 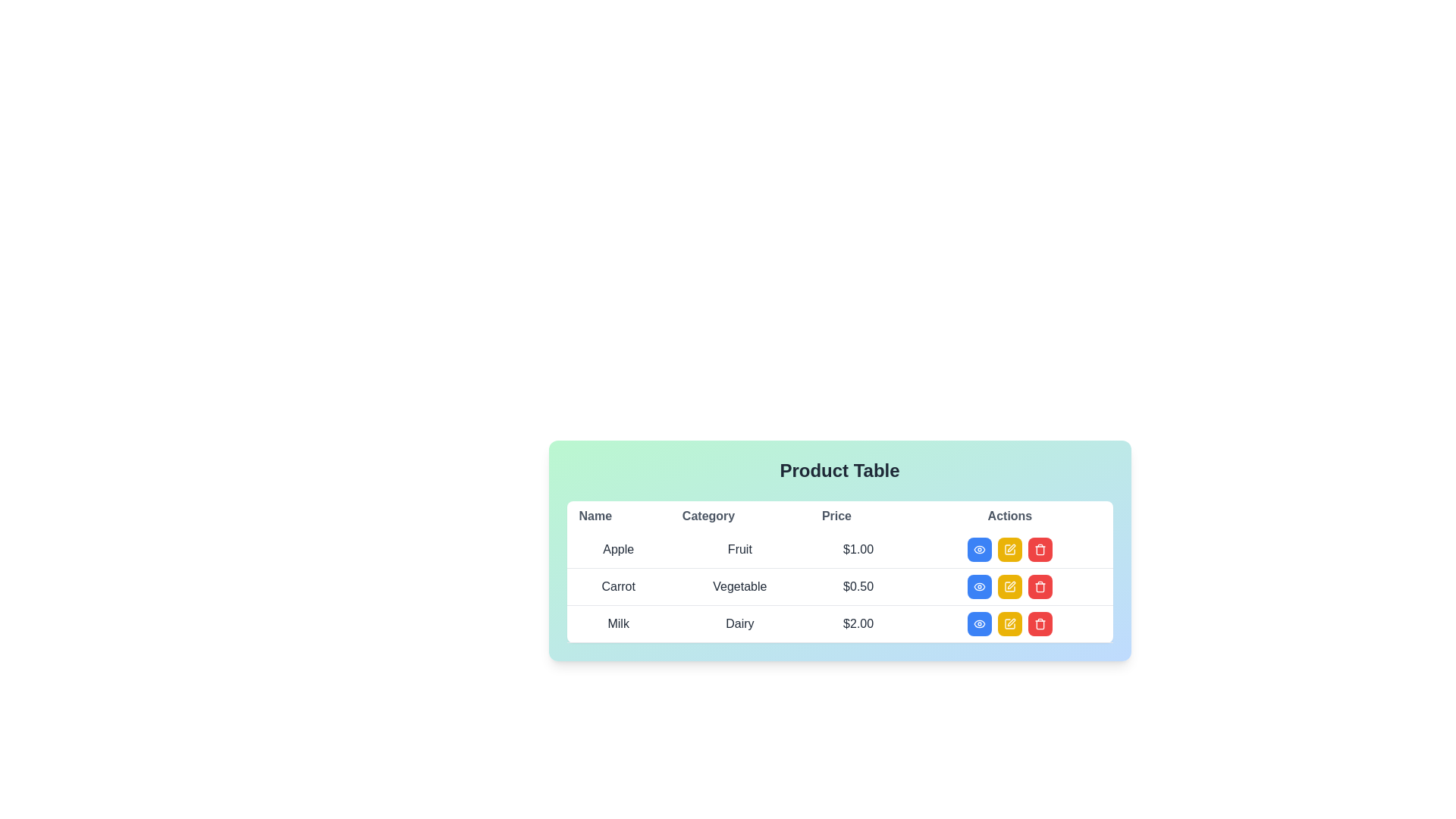 I want to click on the trashcan icon button with a red circular background located in the rightmost column of the 'Actions' table for the 'Milk' entry, so click(x=1039, y=586).